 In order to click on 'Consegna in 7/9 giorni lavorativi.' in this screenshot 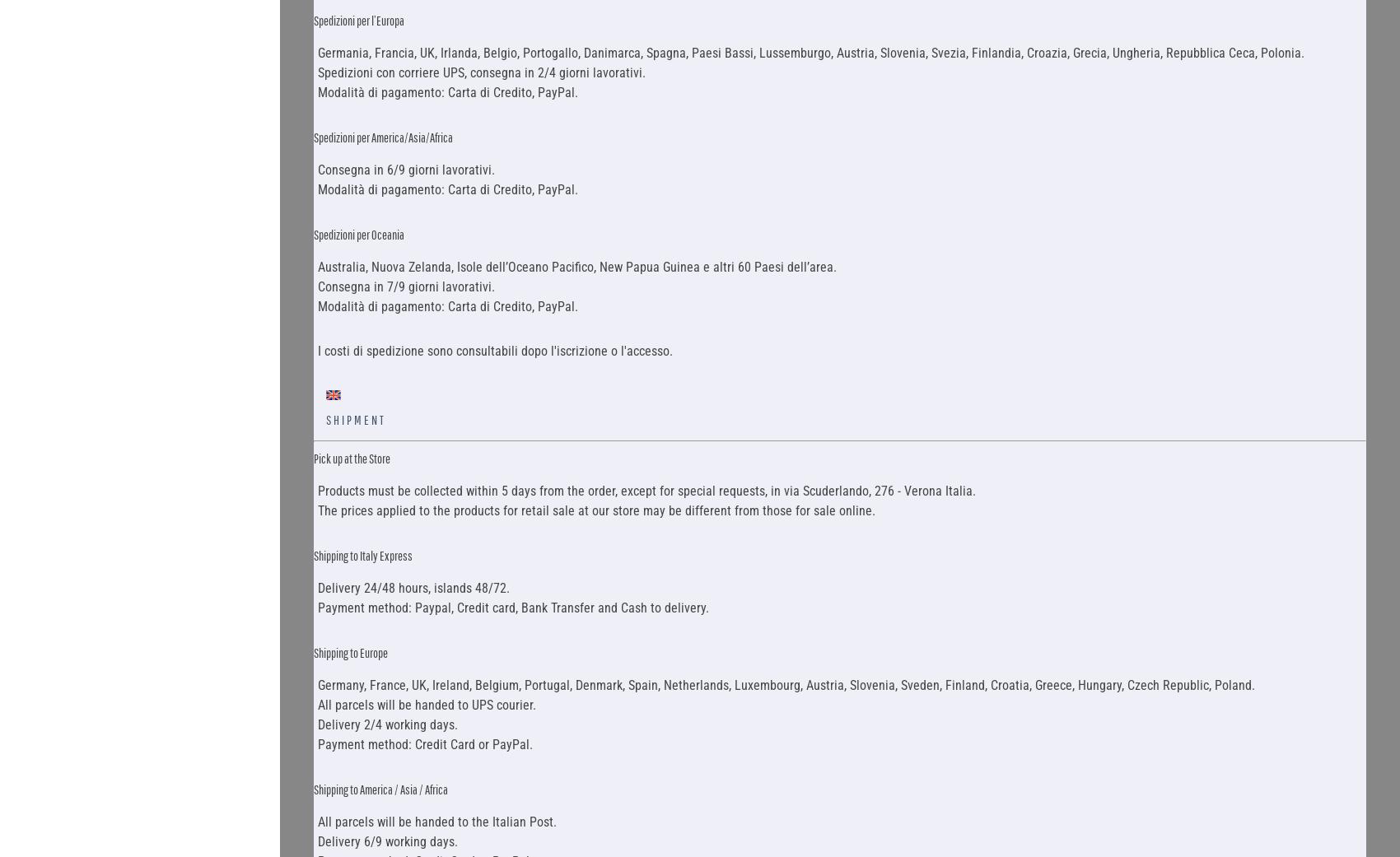, I will do `click(405, 286)`.